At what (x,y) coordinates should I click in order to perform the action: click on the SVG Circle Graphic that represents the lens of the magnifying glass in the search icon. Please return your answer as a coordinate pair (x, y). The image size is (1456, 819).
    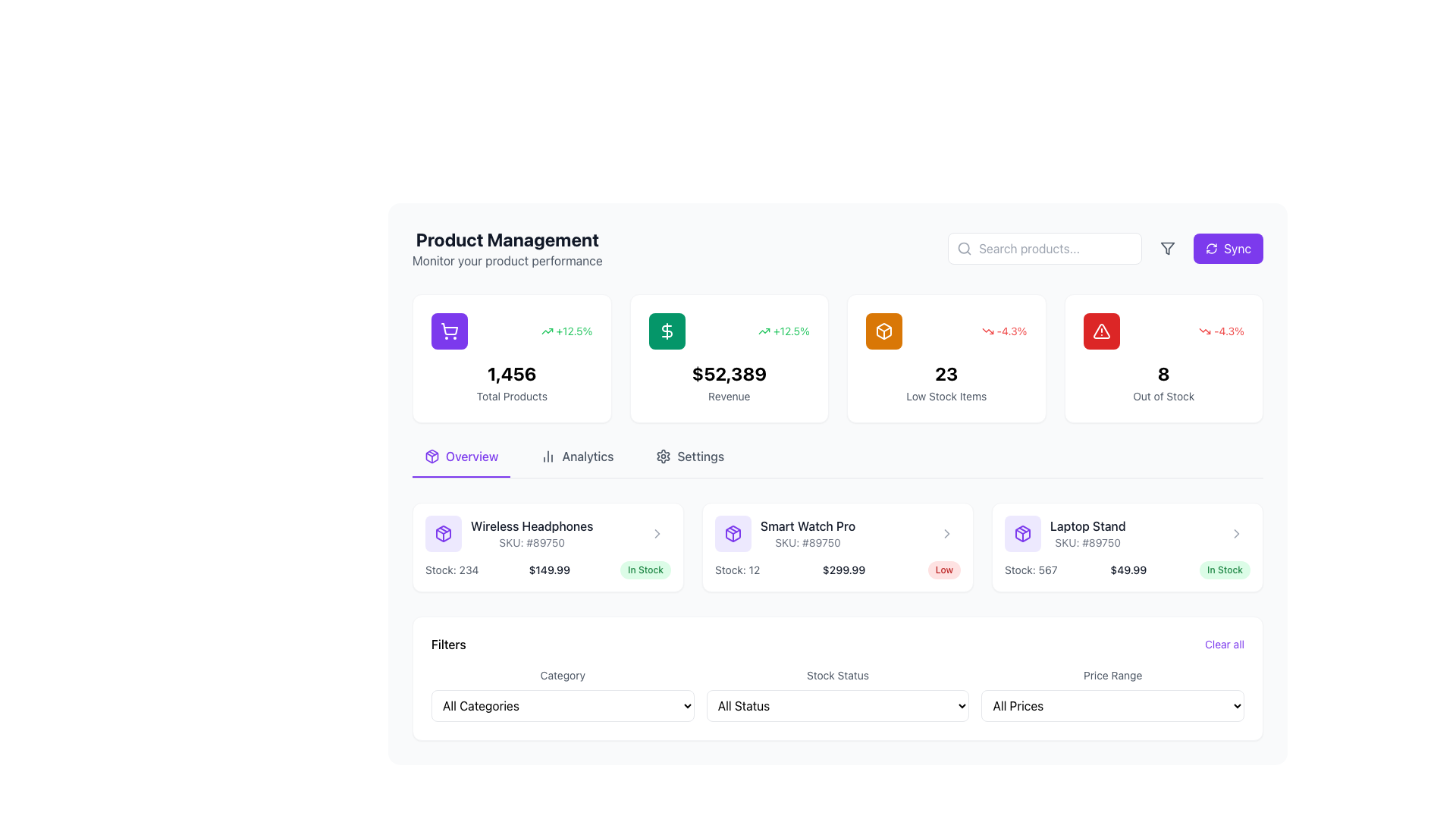
    Looking at the image, I should click on (963, 247).